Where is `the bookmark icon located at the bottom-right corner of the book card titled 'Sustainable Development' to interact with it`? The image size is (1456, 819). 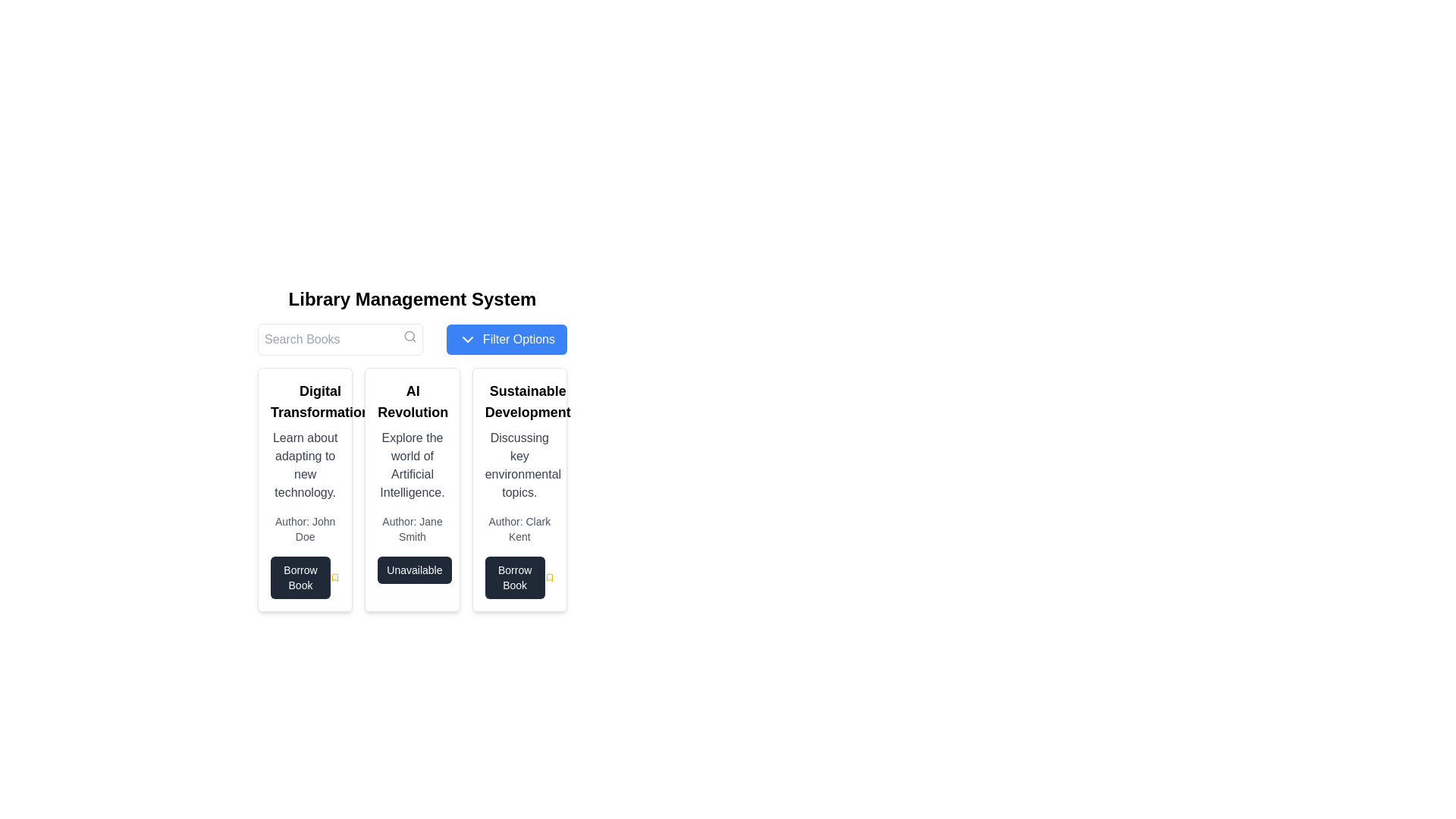 the bookmark icon located at the bottom-right corner of the book card titled 'Sustainable Development' to interact with it is located at coordinates (548, 578).